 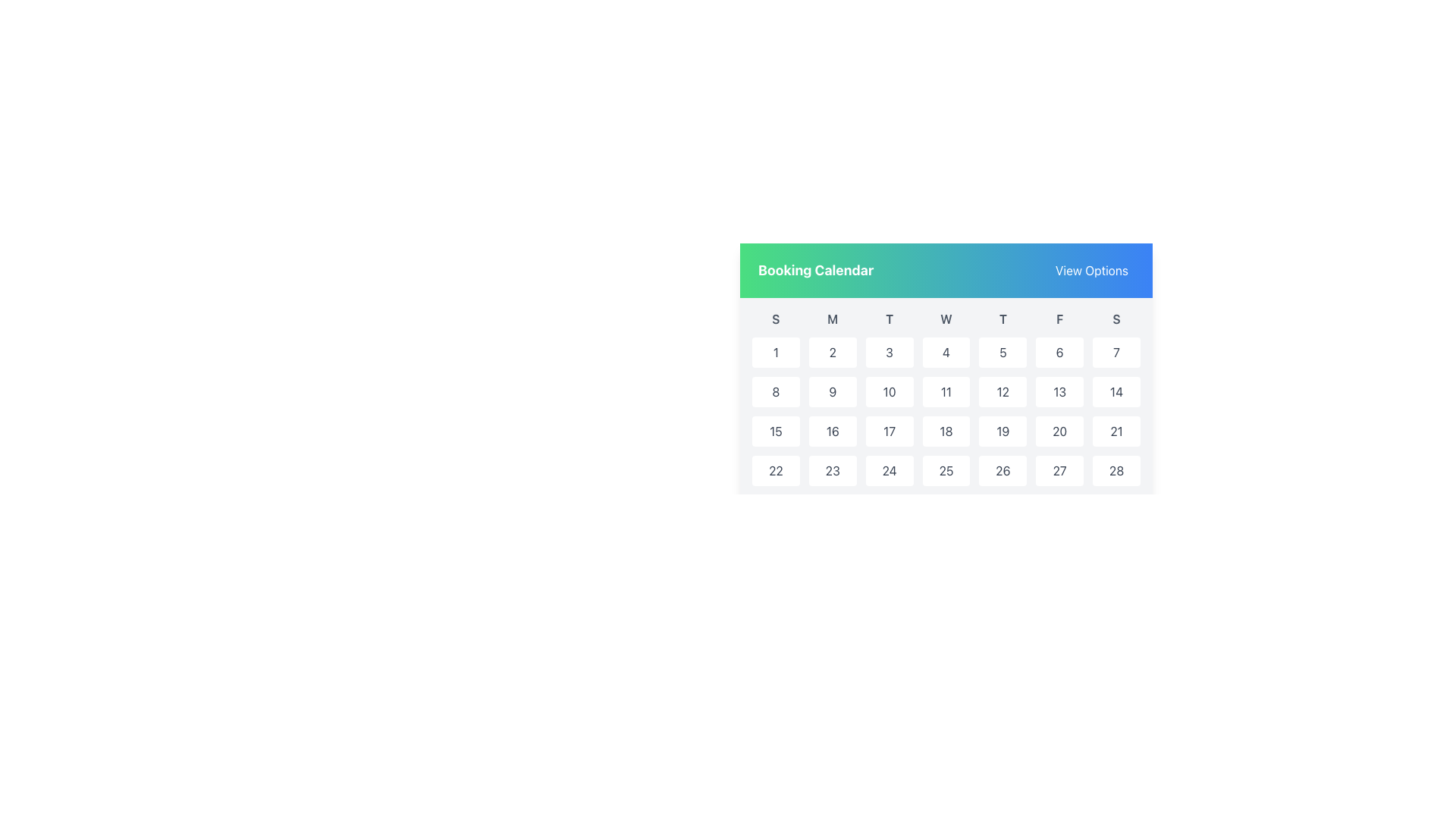 What do you see at coordinates (776, 431) in the screenshot?
I see `the calendar day cell displaying the number '15'` at bounding box center [776, 431].